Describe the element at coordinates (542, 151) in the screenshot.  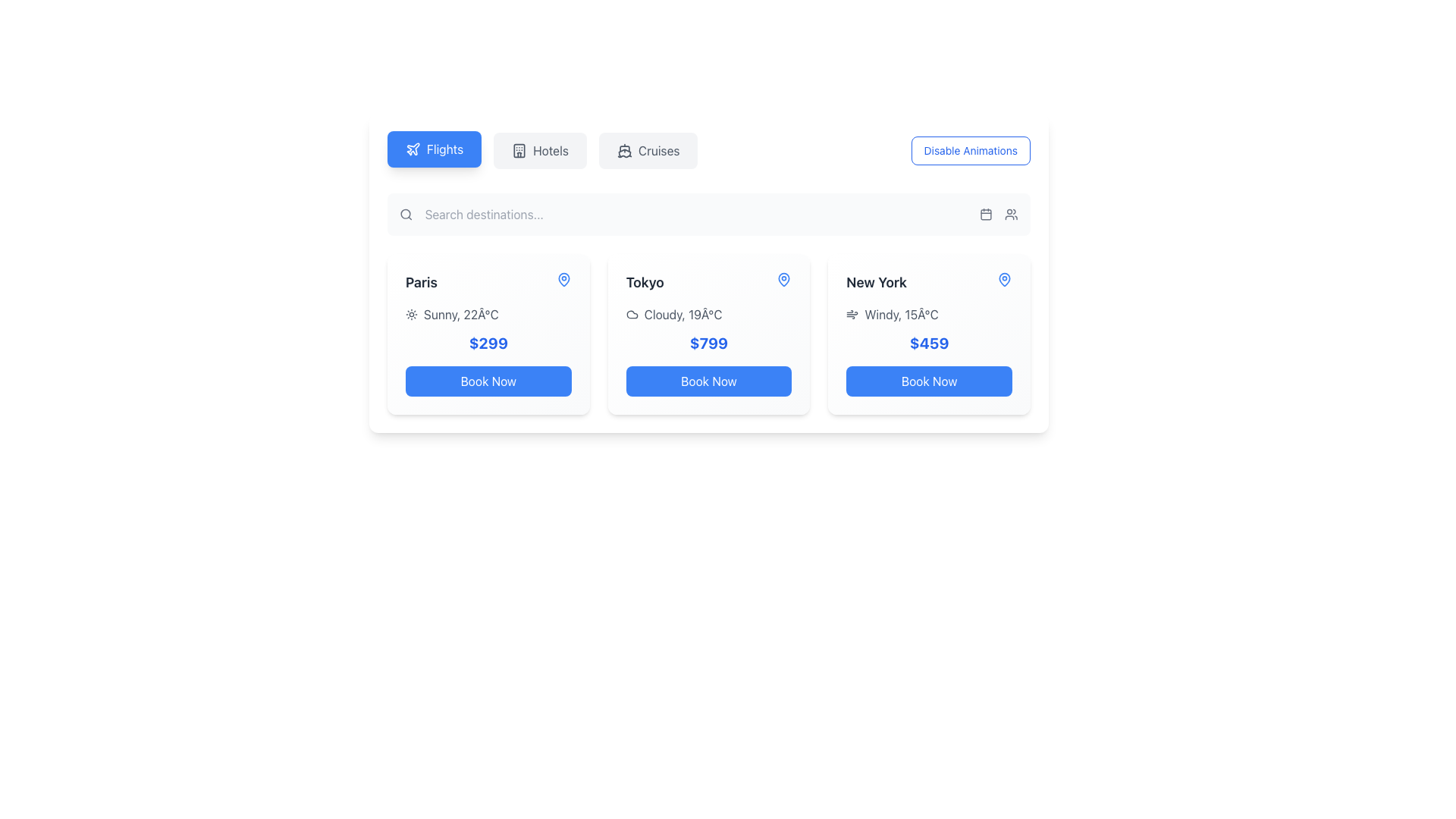
I see `the 'Hotels' button in the navigation menu` at that location.